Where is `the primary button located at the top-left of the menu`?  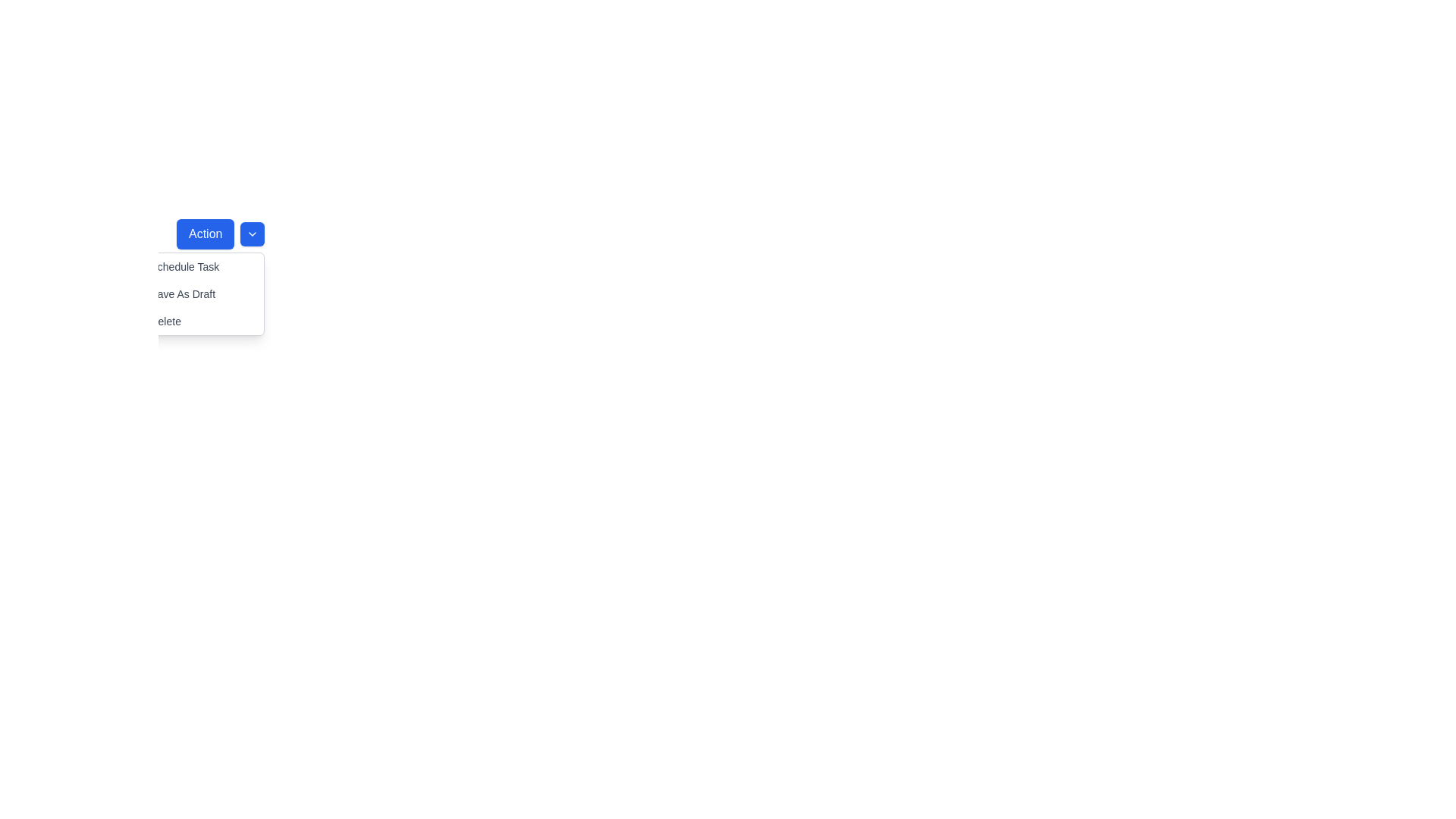
the primary button located at the top-left of the menu is located at coordinates (205, 234).